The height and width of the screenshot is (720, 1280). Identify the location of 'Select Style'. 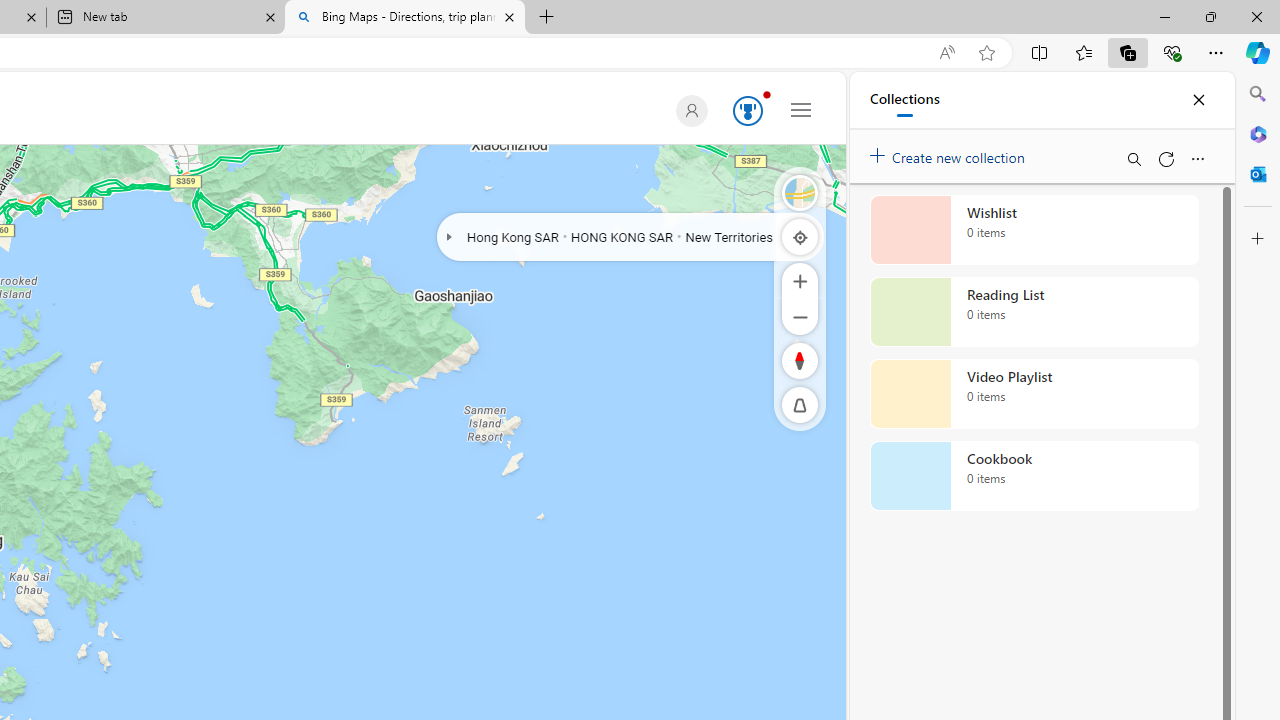
(800, 192).